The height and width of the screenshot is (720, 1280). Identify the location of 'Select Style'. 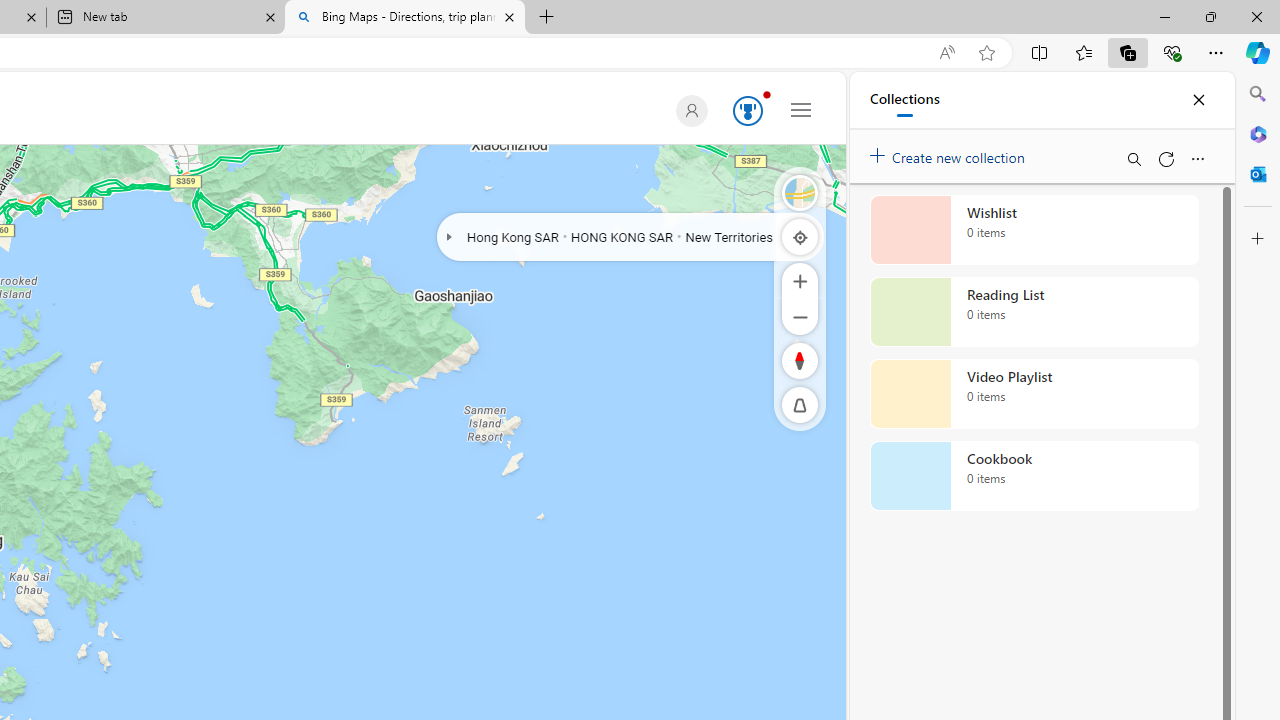
(800, 192).